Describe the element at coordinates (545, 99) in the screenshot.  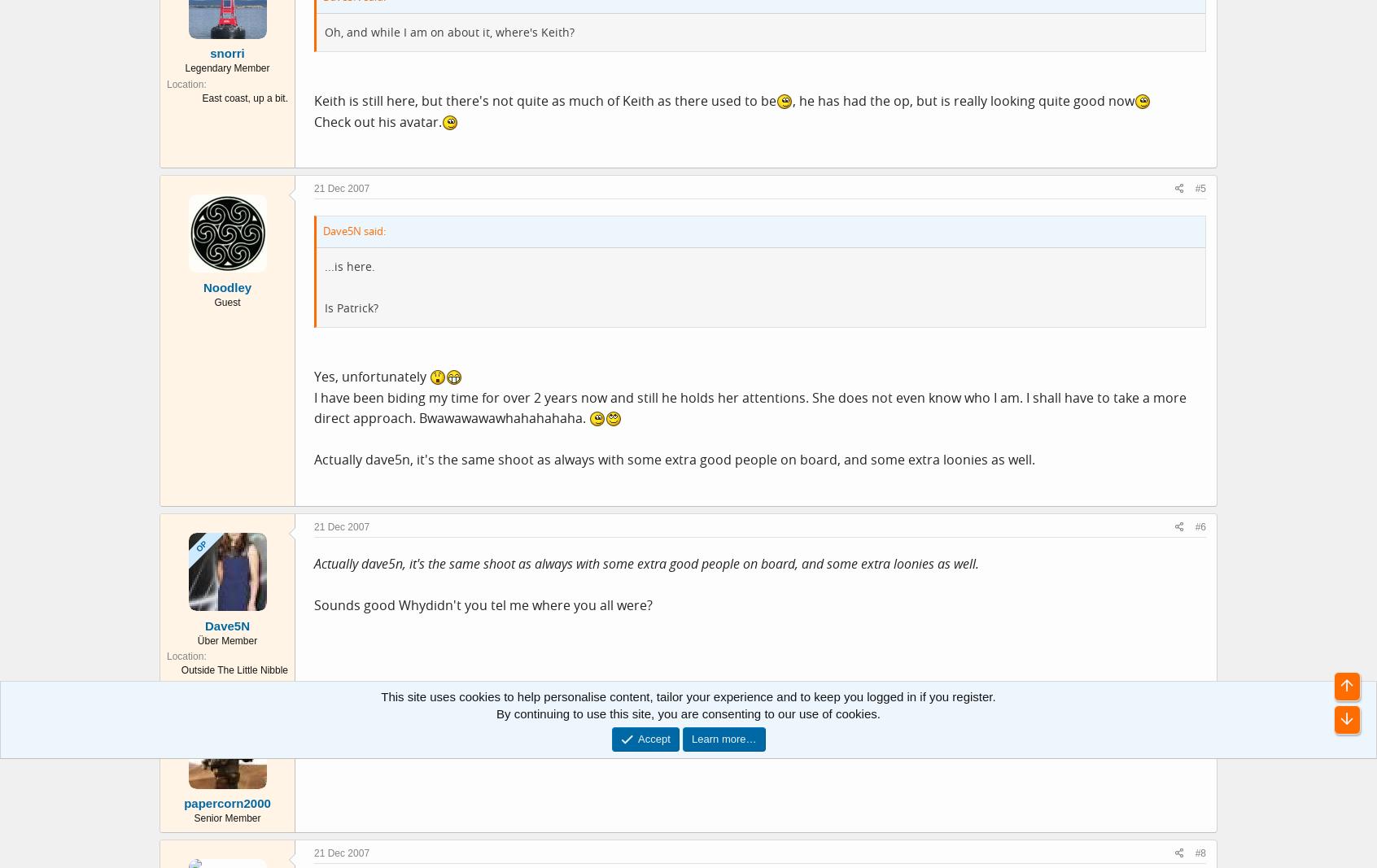
I see `'Keith is still here, but there's not quite as much of Keith as there used to be'` at that location.